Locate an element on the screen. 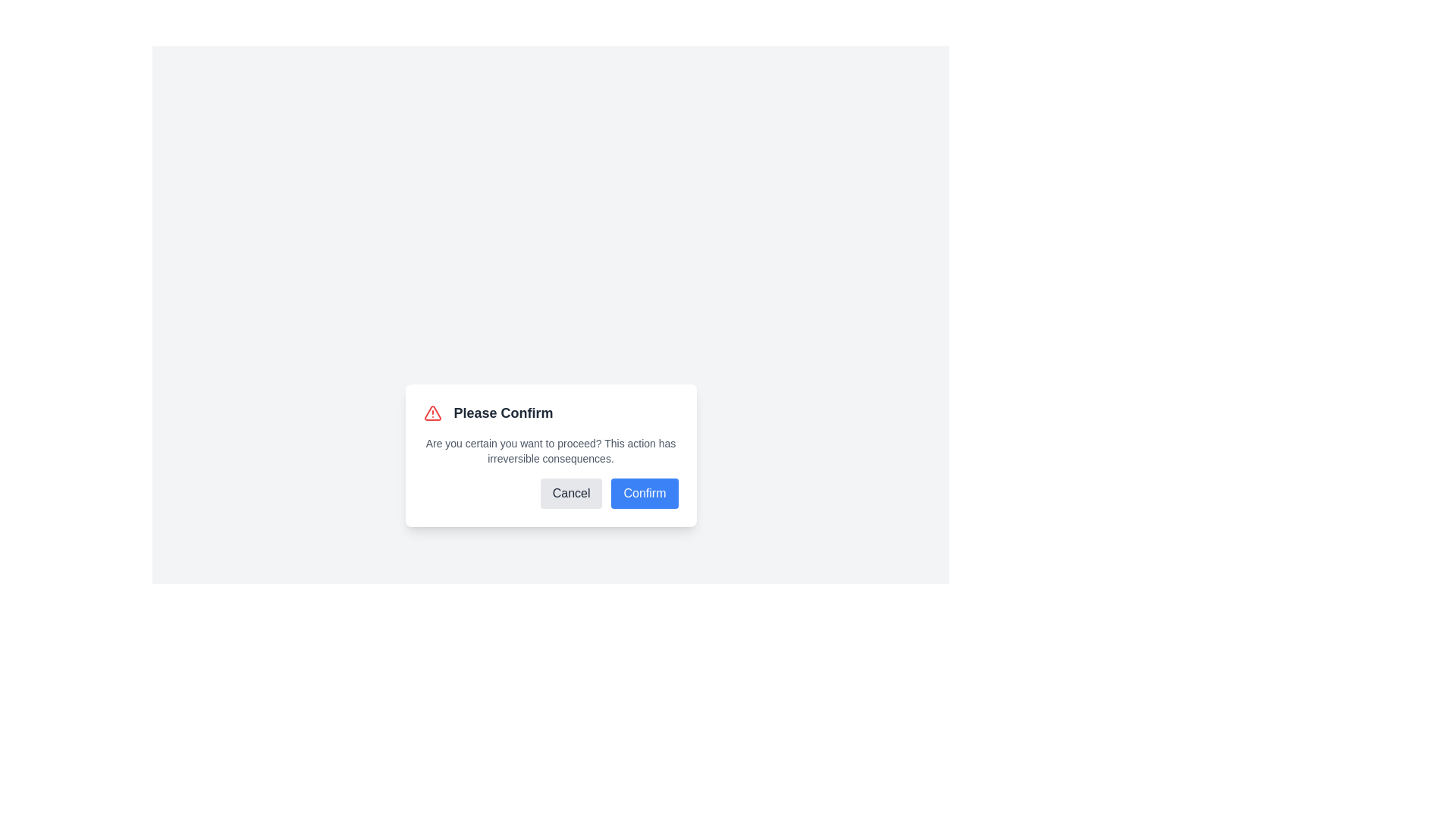 The height and width of the screenshot is (819, 1456). the 'Cancel' button in the 'Please Confirm' dialog box located in the lower-right section of the interface is located at coordinates (570, 494).